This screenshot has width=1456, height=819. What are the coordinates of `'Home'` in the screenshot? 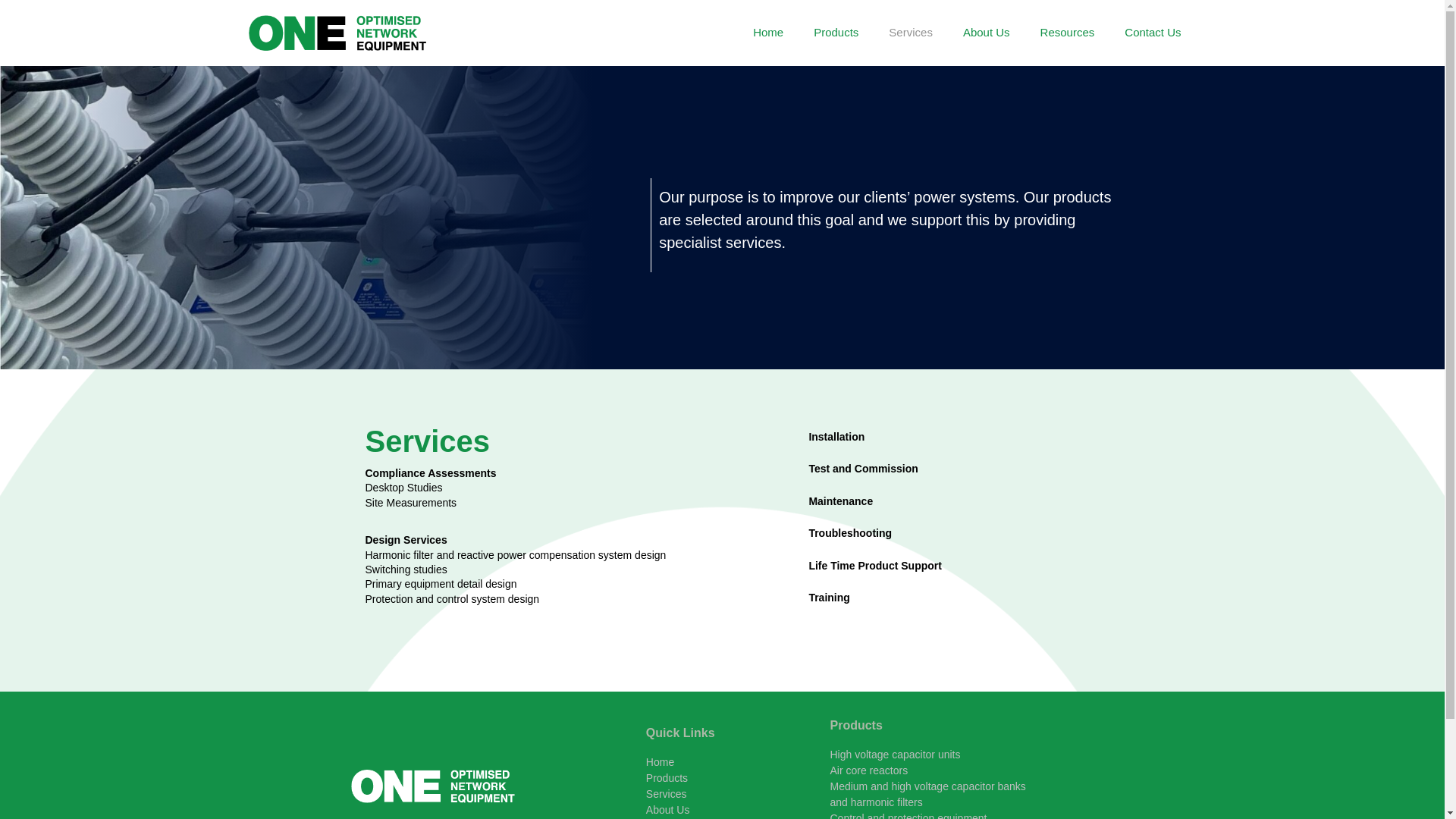 It's located at (660, 762).